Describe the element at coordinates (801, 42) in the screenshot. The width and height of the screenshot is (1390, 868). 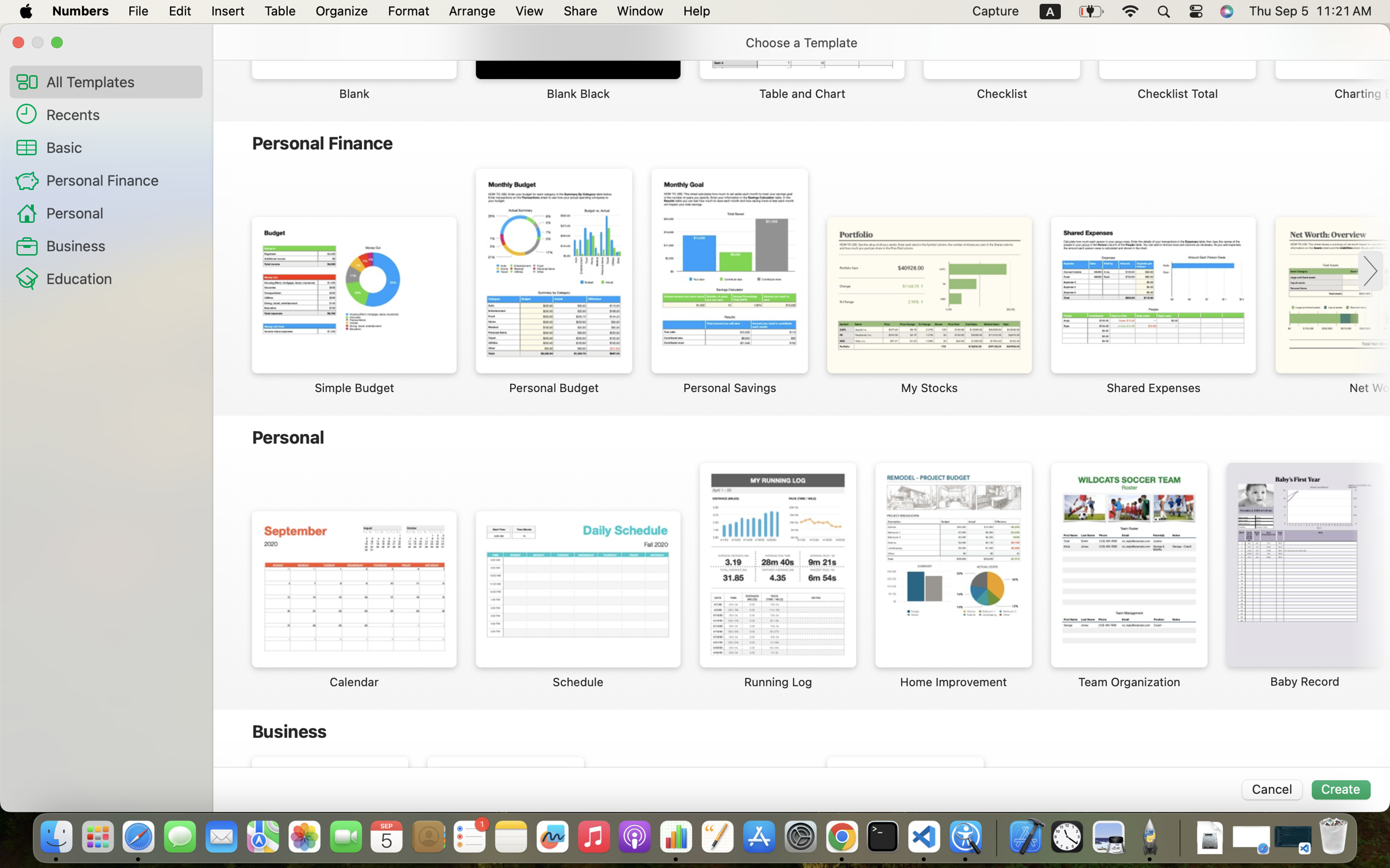
I see `'Choose a Template'` at that location.